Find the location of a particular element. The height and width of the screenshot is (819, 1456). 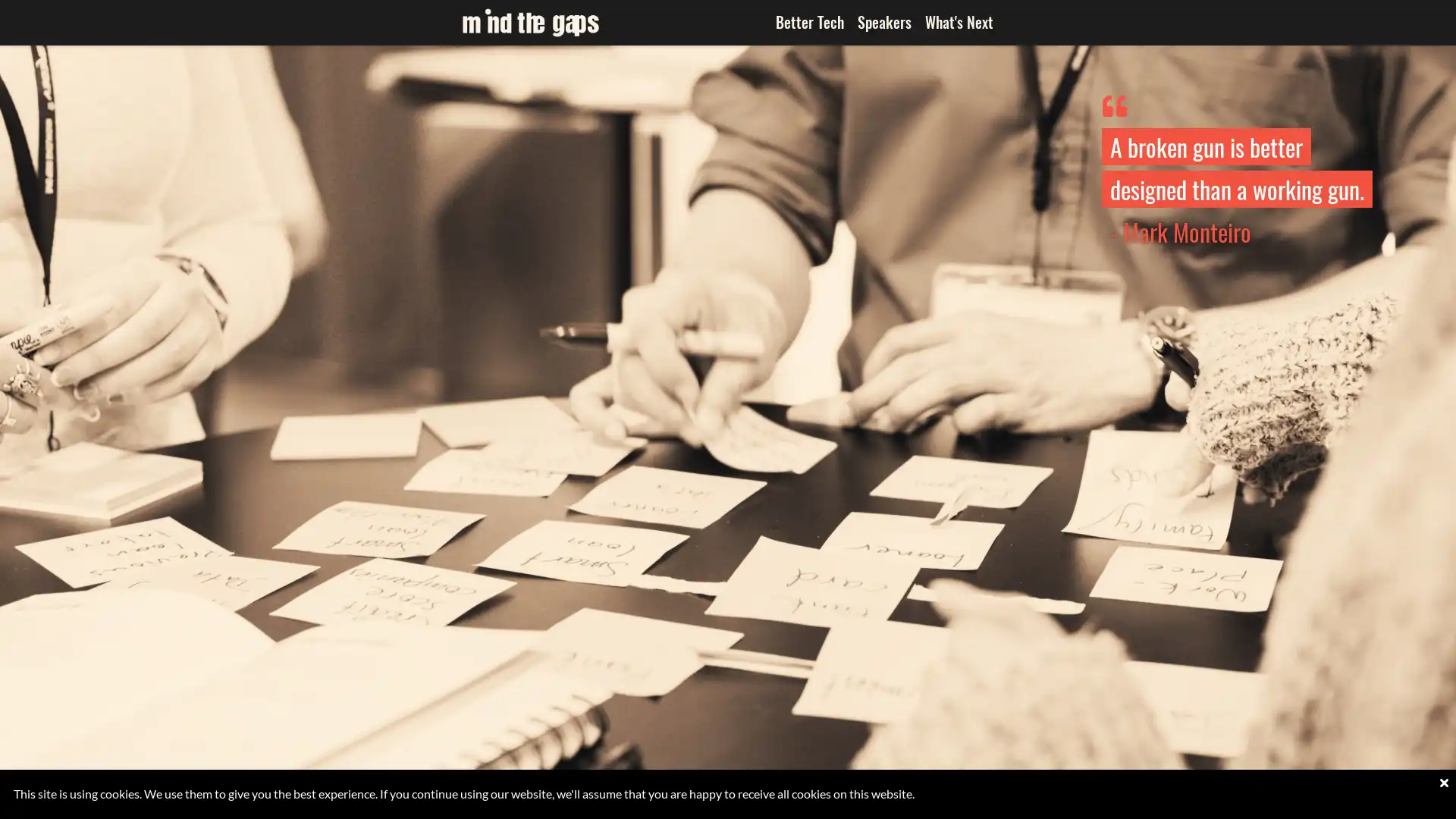

2 is located at coordinates (704, 802).